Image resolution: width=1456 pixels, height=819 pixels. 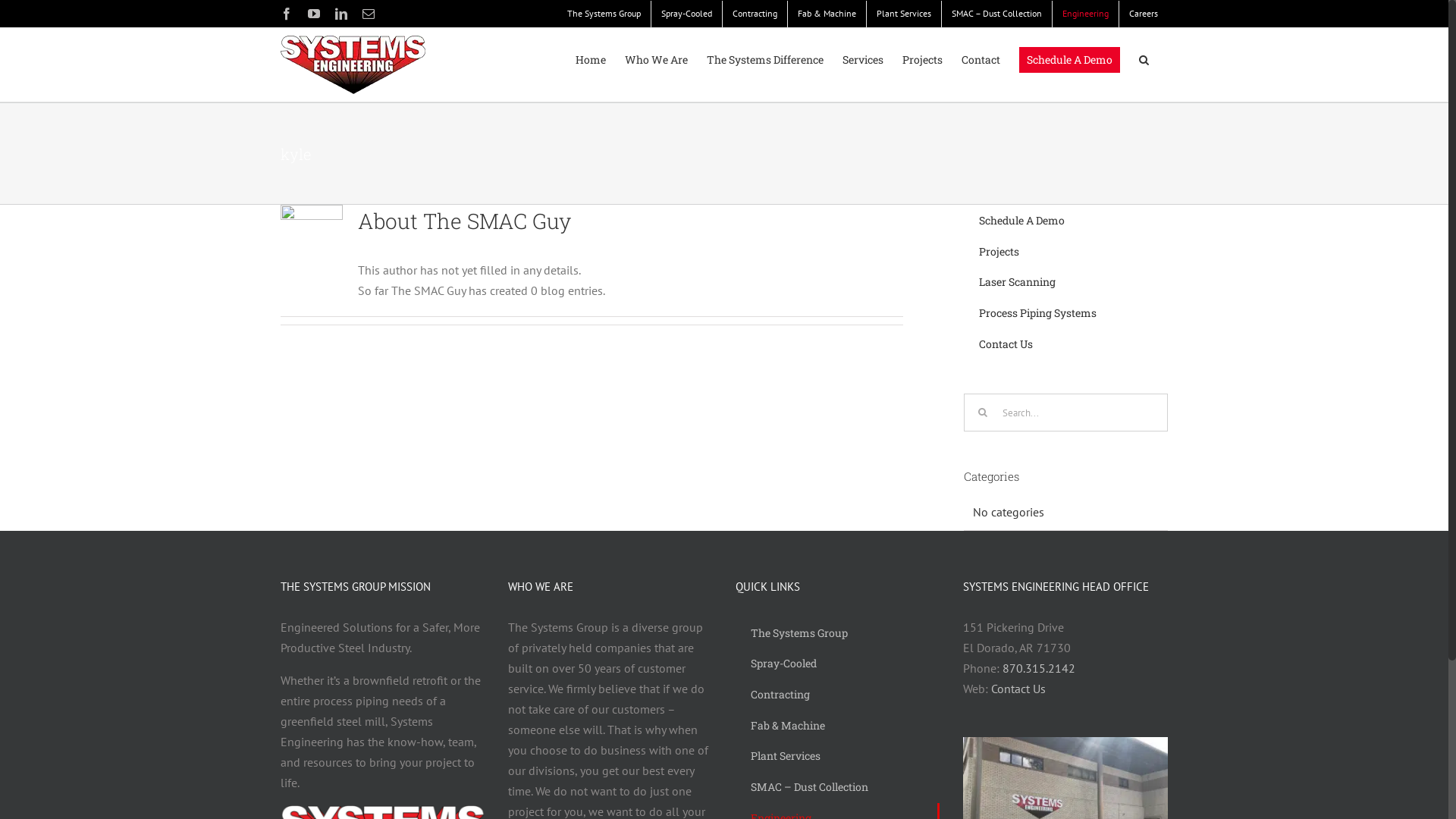 What do you see at coordinates (368, 14) in the screenshot?
I see `'Email'` at bounding box center [368, 14].